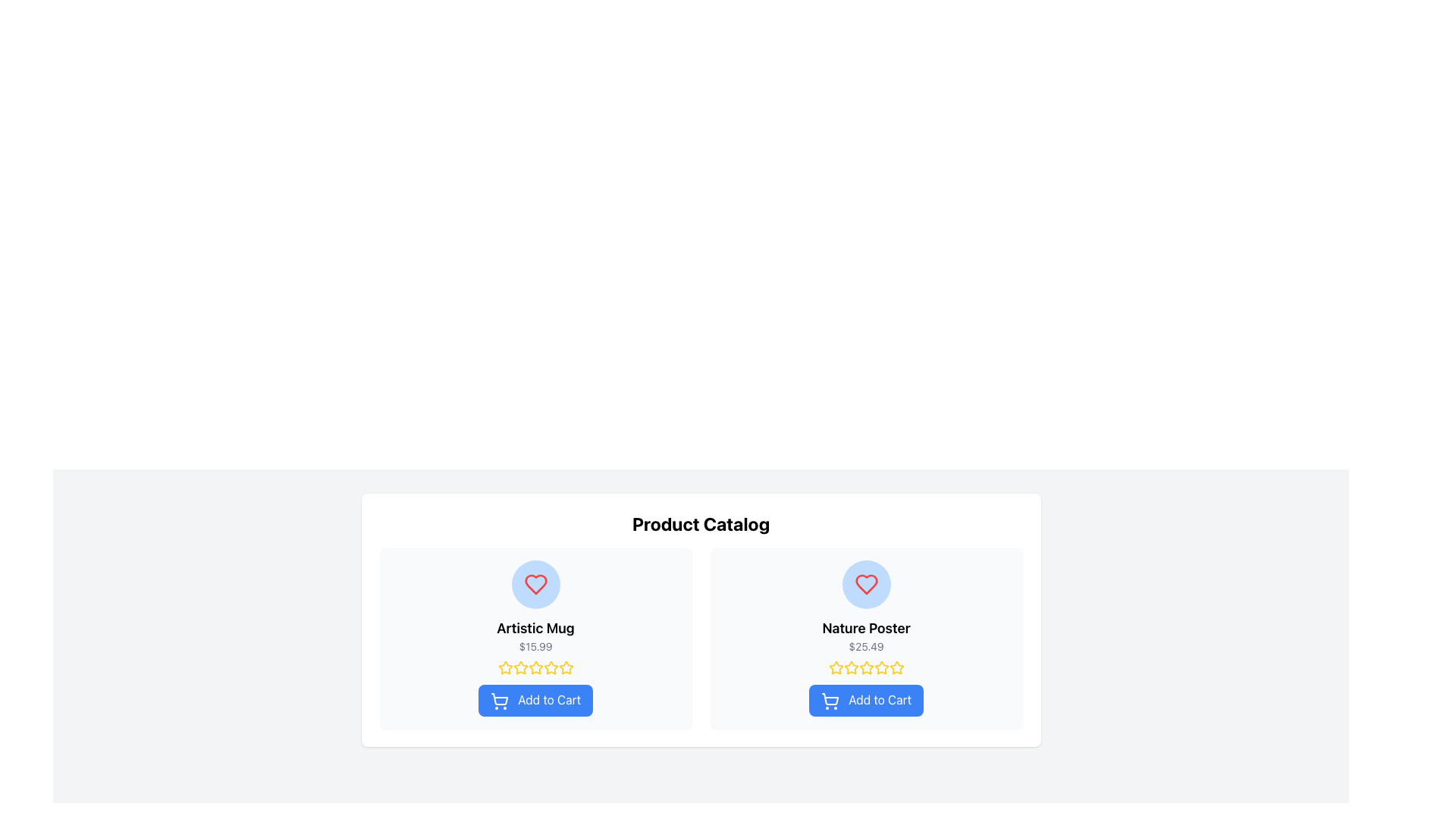 The height and width of the screenshot is (819, 1456). I want to click on the first star icon in the row of five yellow stars beneath the 'Nature Poster' product card, so click(835, 667).